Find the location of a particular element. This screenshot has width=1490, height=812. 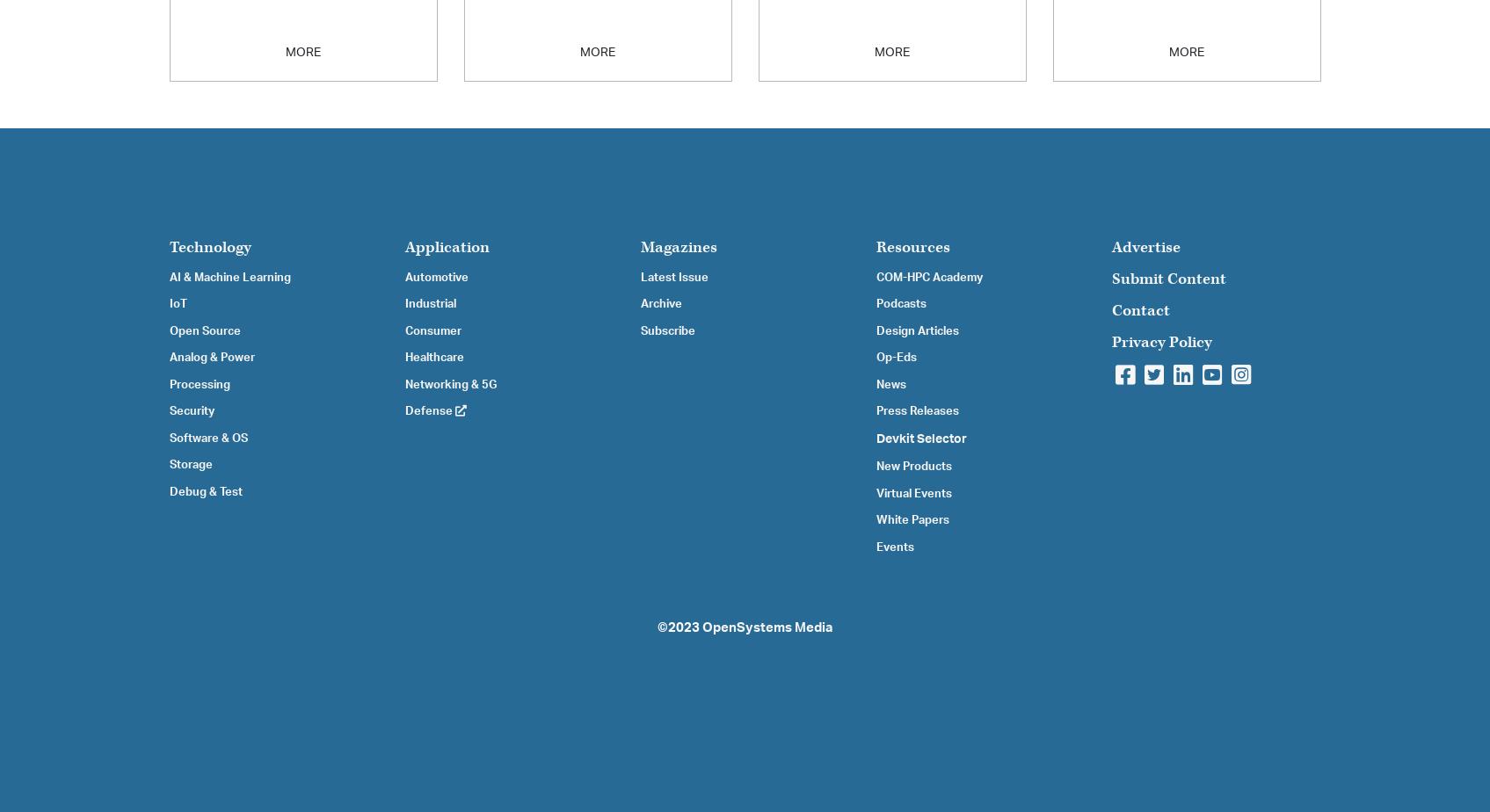

'Debug & Test' is located at coordinates (204, 491).